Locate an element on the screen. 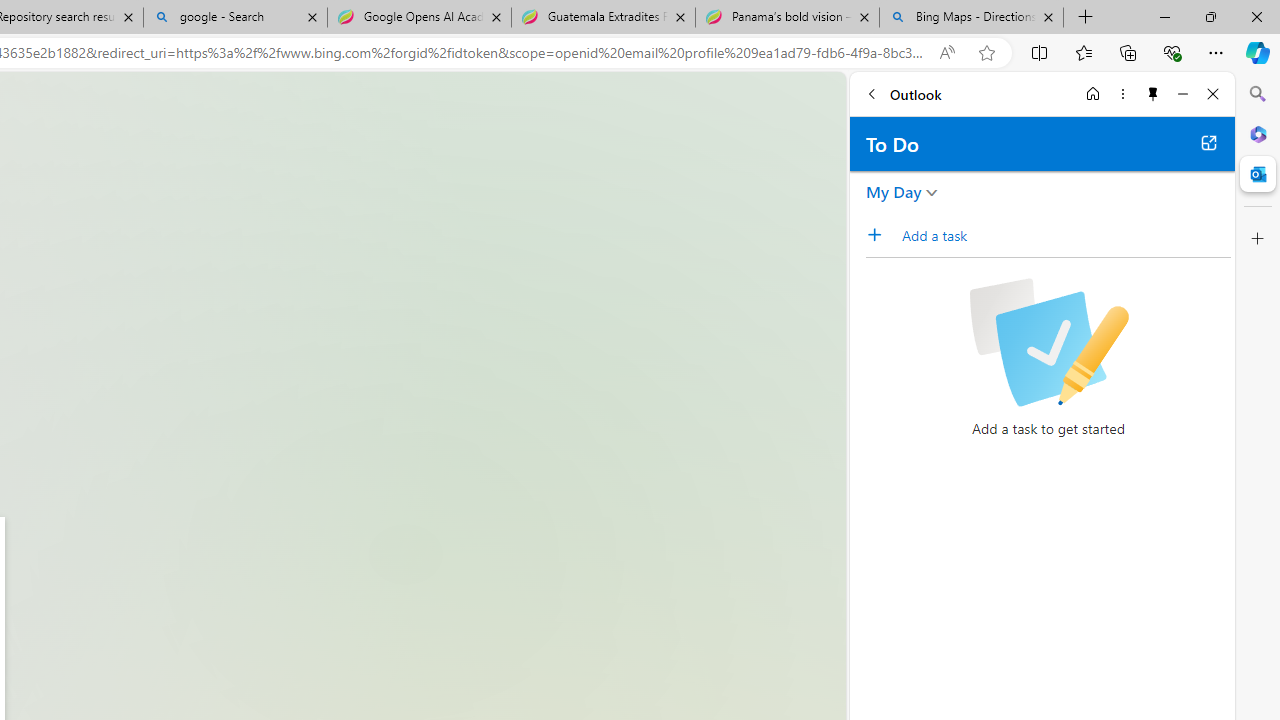 This screenshot has height=720, width=1280. 'Open in new tab' is located at coordinates (1207, 141).